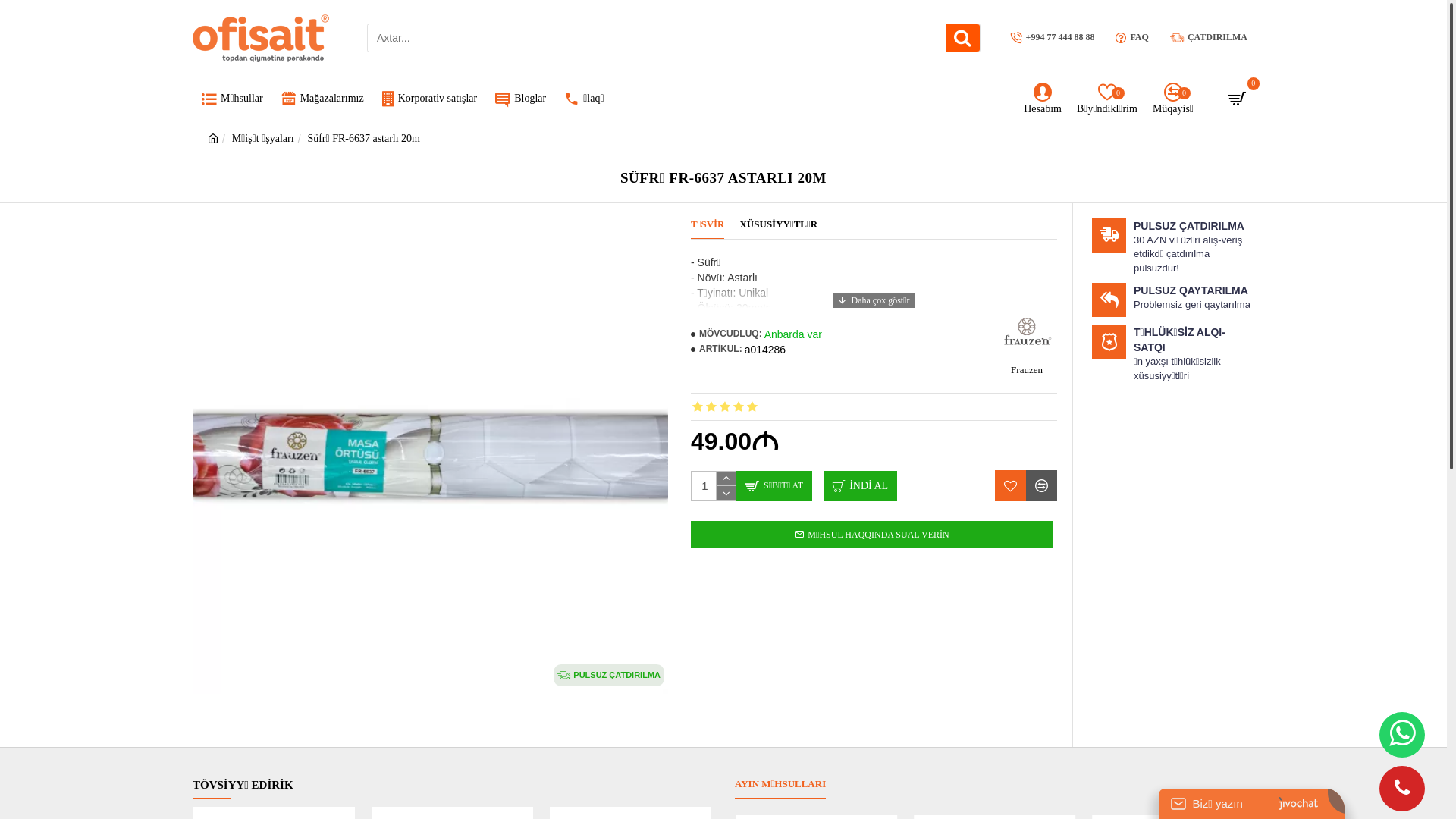 Image resolution: width=1456 pixels, height=819 pixels. I want to click on 'FAQ', so click(1131, 36).